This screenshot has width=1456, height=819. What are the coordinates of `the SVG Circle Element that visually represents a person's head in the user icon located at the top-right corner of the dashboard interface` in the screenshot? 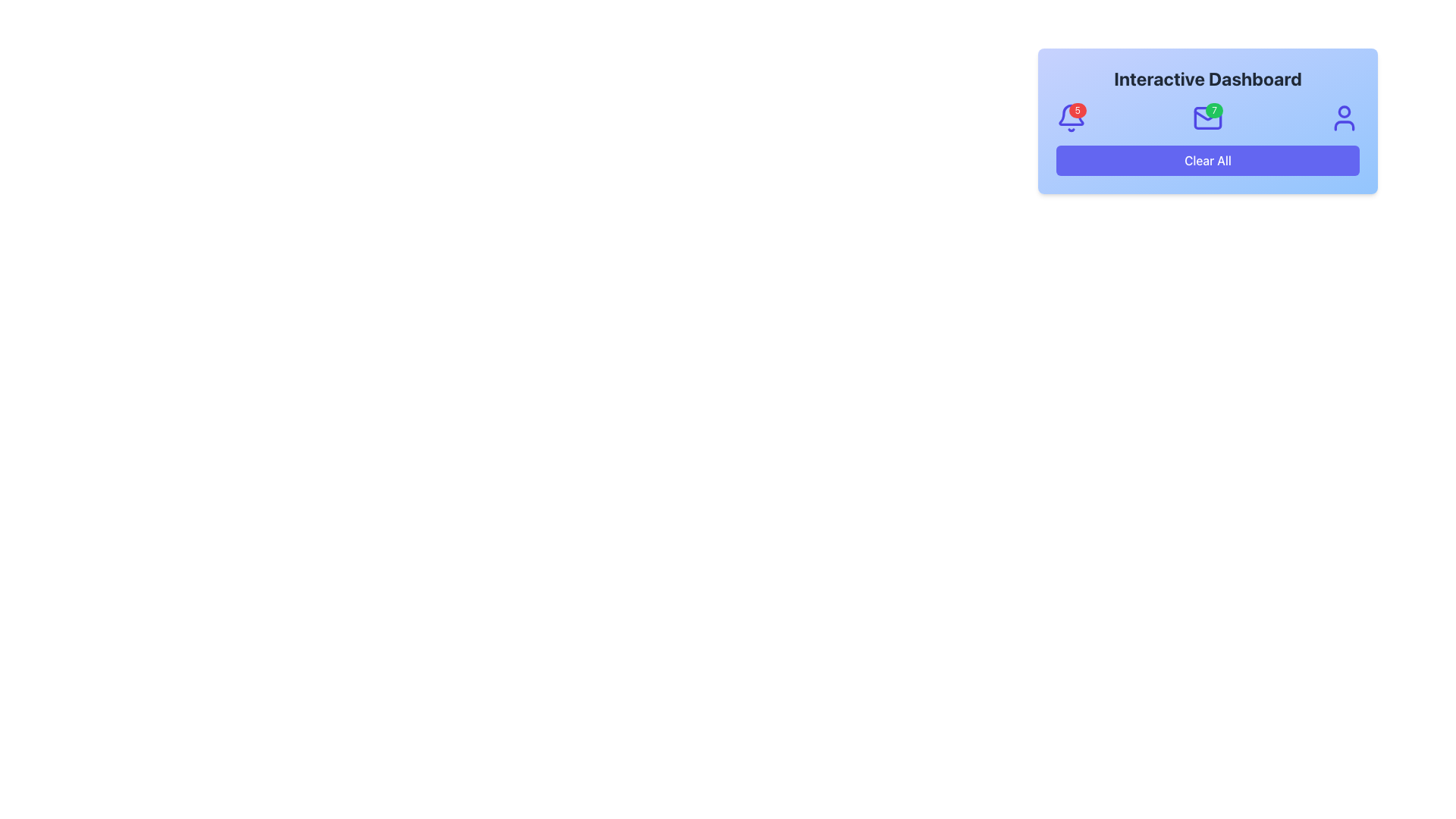 It's located at (1344, 111).